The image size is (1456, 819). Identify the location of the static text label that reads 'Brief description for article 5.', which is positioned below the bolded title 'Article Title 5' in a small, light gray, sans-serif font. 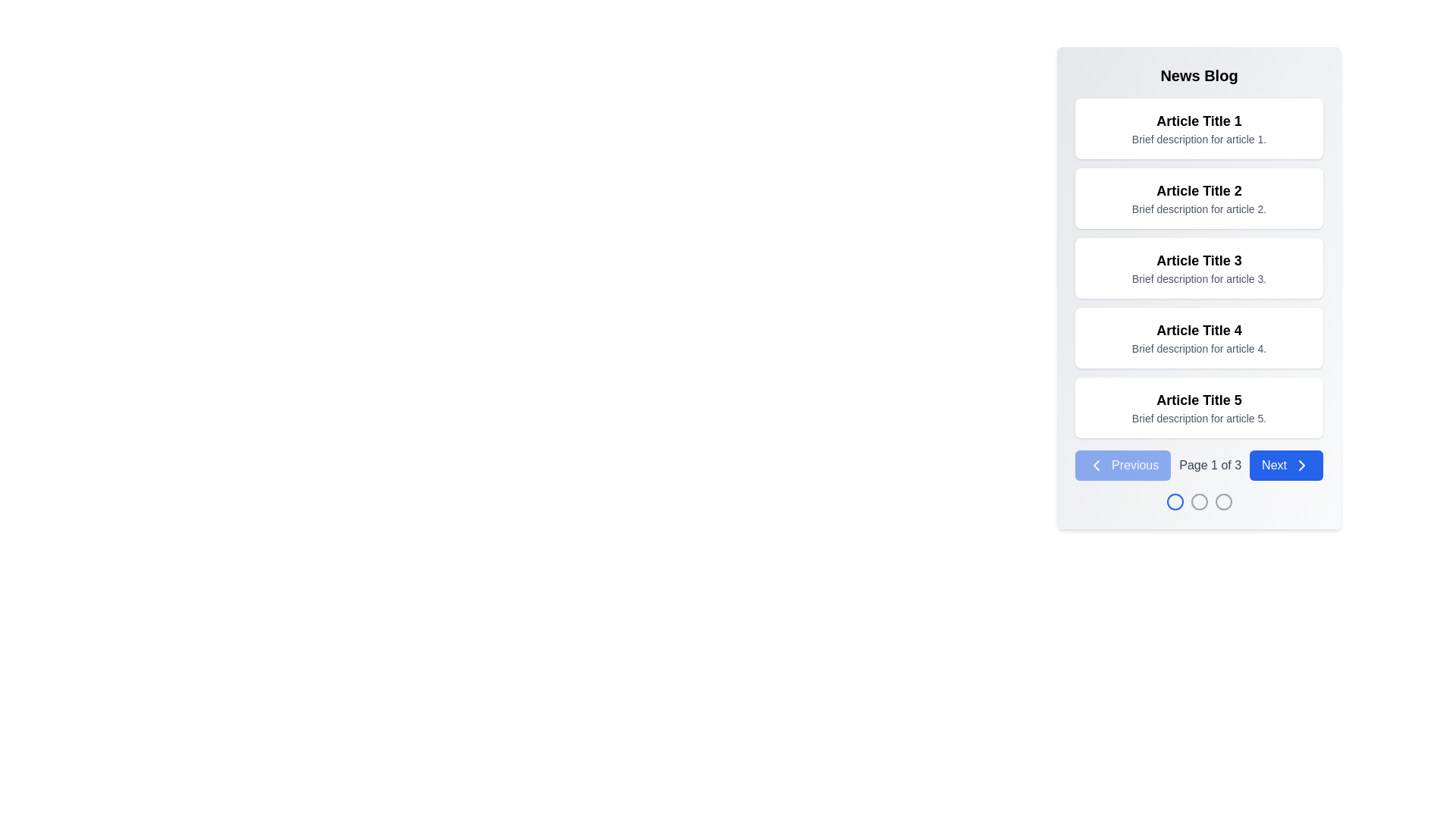
(1198, 418).